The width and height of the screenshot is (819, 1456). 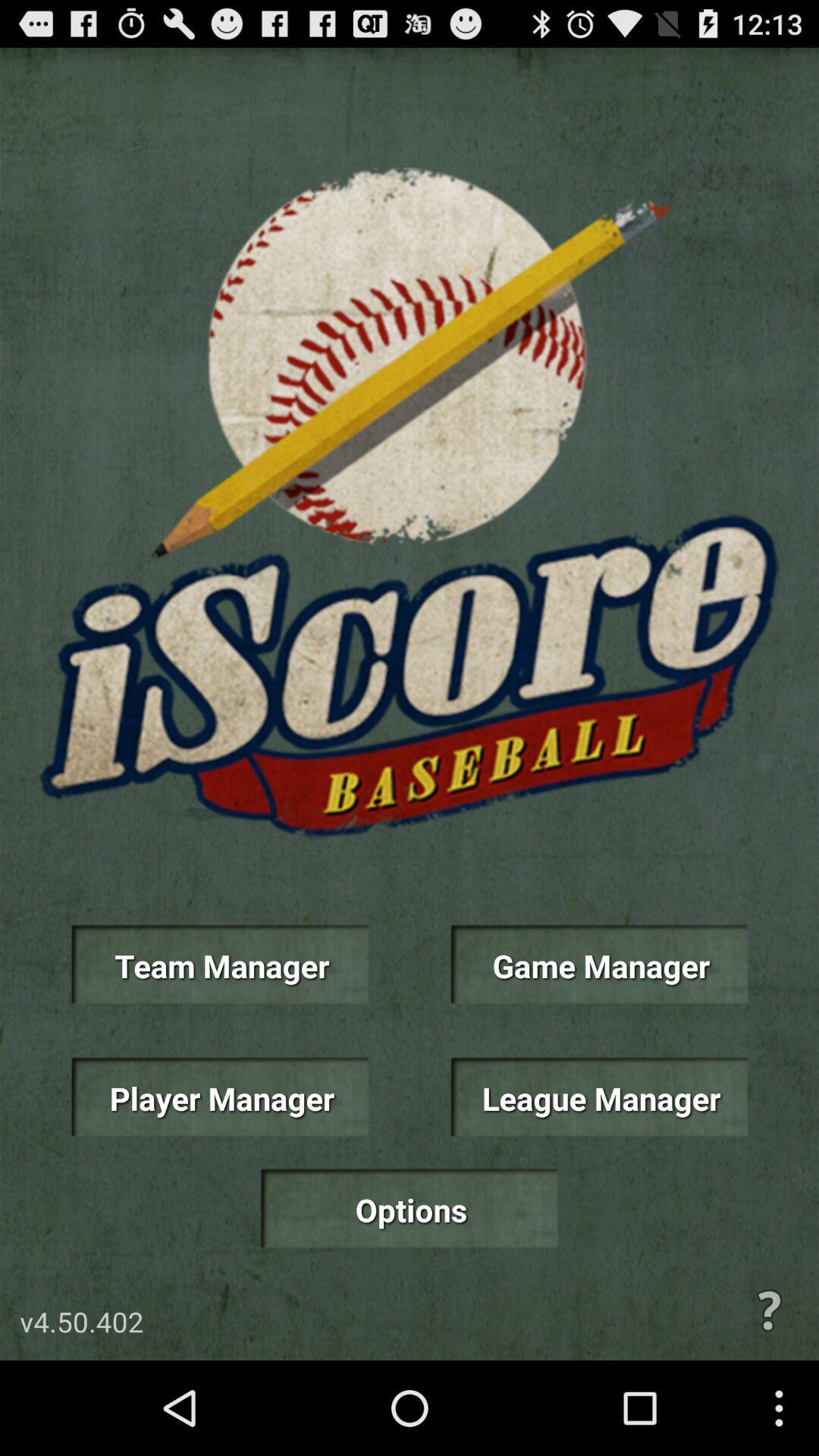 I want to click on icon next to player manager, so click(x=598, y=1097).